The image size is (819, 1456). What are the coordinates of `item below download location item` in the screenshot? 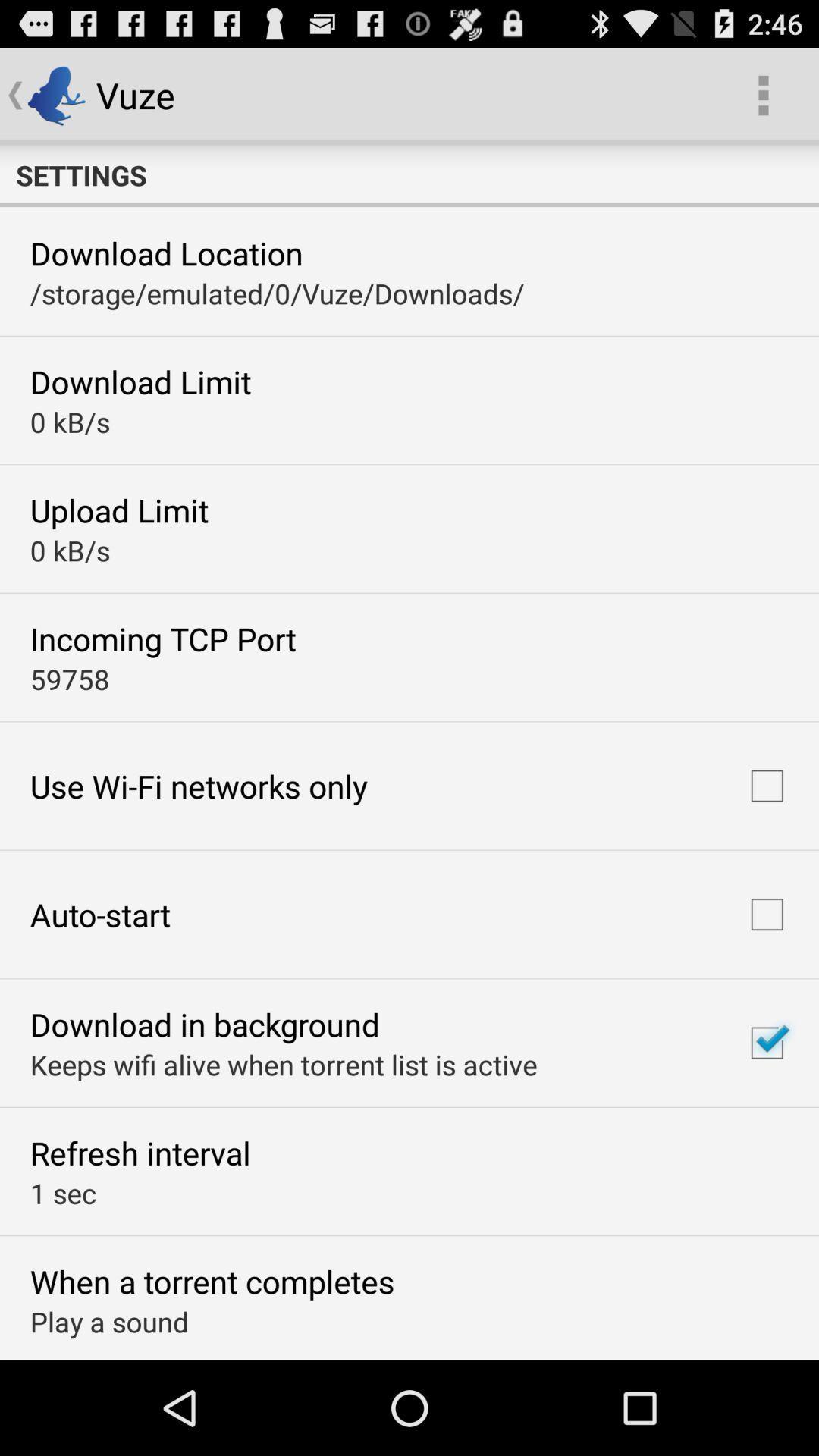 It's located at (277, 293).